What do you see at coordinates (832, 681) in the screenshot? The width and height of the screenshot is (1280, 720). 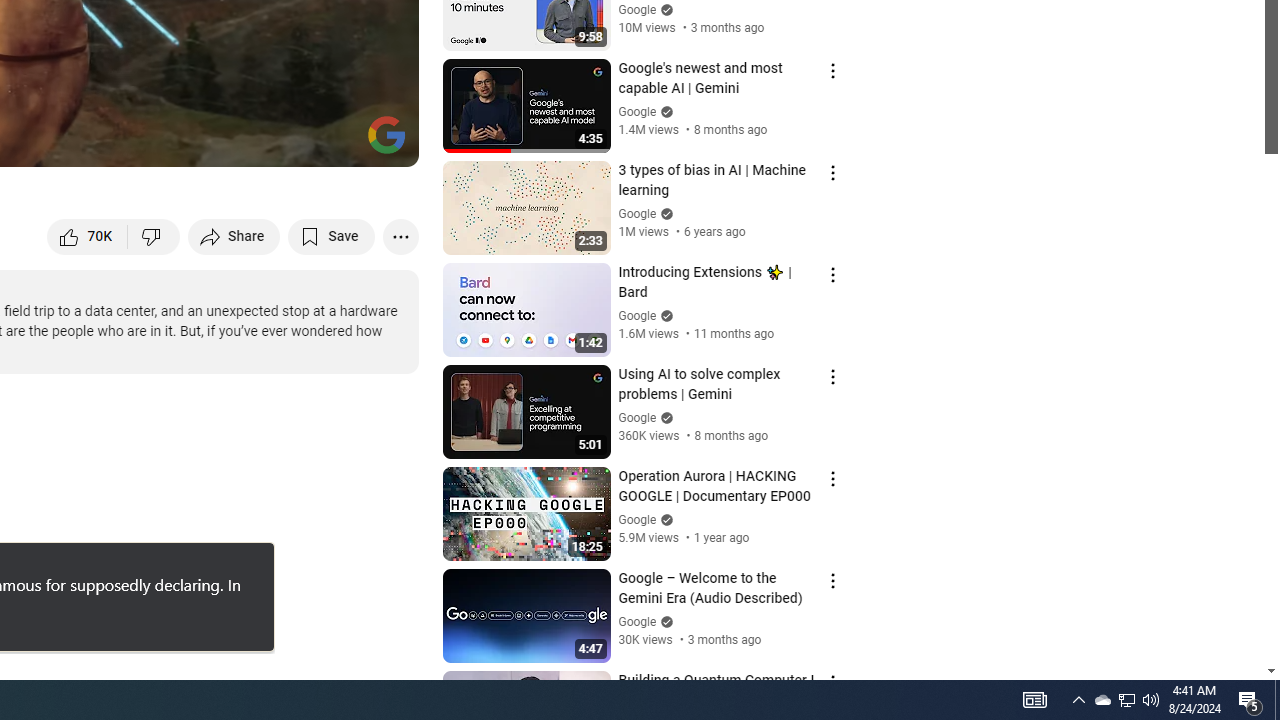 I see `'Action menu'` at bounding box center [832, 681].